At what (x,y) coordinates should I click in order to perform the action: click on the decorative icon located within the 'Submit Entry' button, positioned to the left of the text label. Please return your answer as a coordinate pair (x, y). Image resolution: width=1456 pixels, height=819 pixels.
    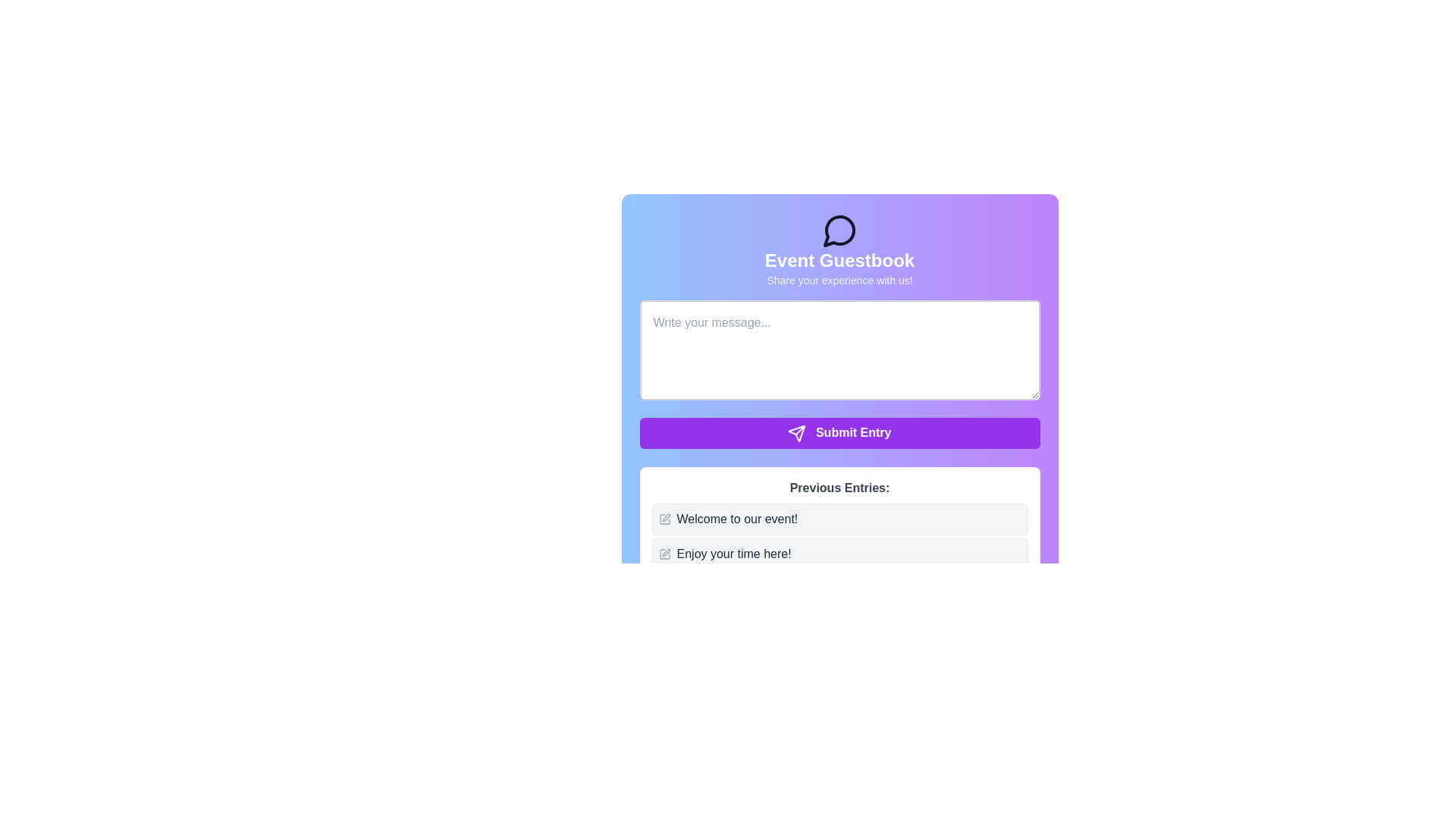
    Looking at the image, I should click on (796, 433).